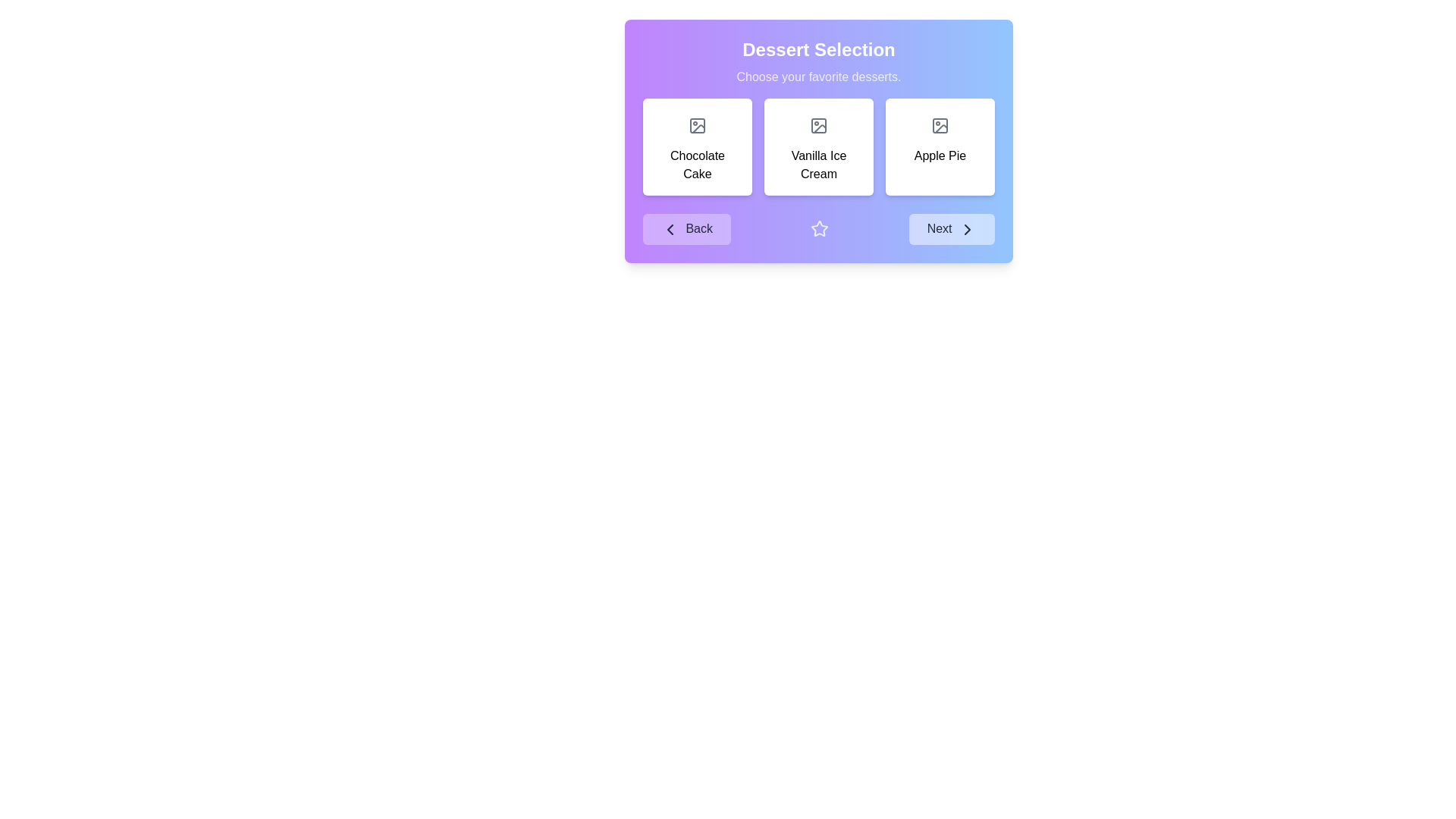 This screenshot has height=819, width=1456. Describe the element at coordinates (697, 165) in the screenshot. I see `the 'Chocolate Cake' text label located in the first card beneath the icon` at that location.